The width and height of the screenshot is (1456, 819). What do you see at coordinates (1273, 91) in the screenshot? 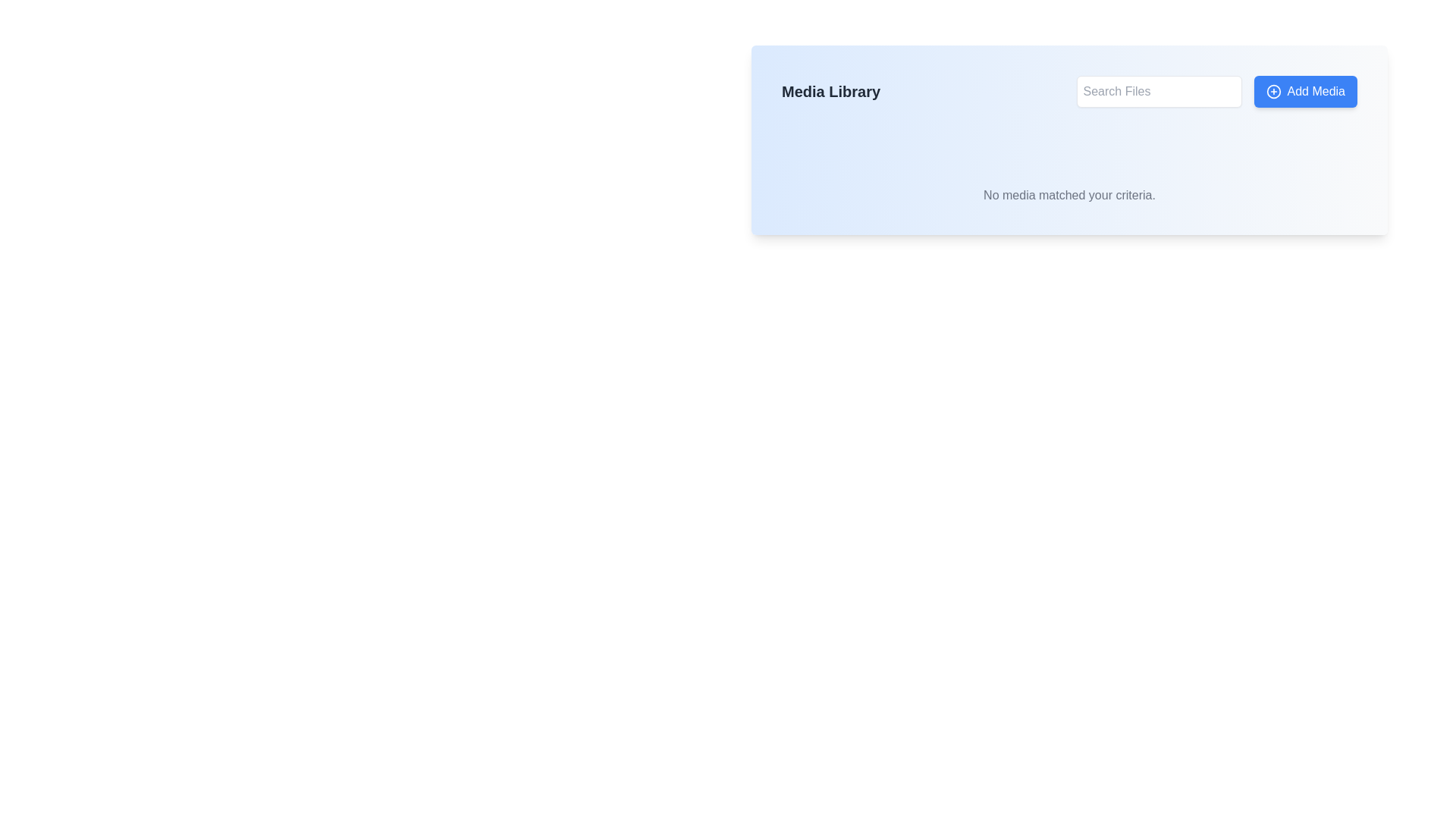
I see `the Icon located to the left of the 'Add Media' button, which indicates an action to add or create new media` at bounding box center [1273, 91].